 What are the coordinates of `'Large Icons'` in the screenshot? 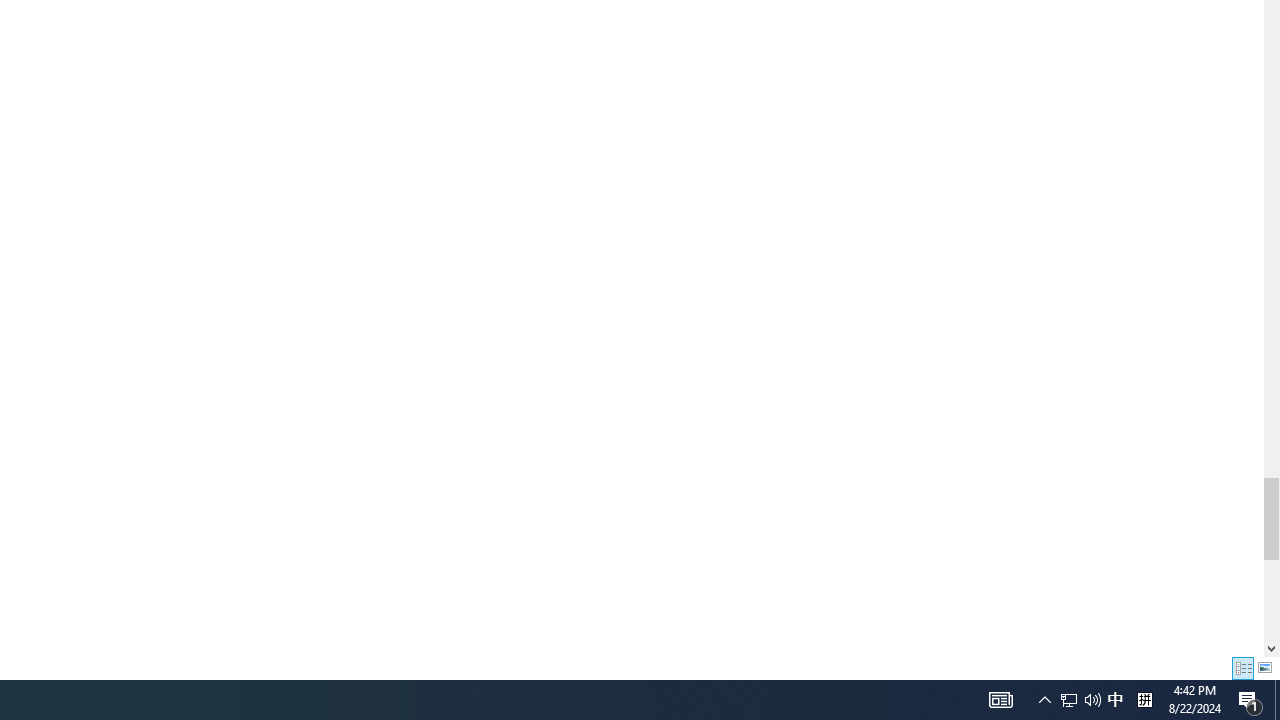 It's located at (1264, 668).